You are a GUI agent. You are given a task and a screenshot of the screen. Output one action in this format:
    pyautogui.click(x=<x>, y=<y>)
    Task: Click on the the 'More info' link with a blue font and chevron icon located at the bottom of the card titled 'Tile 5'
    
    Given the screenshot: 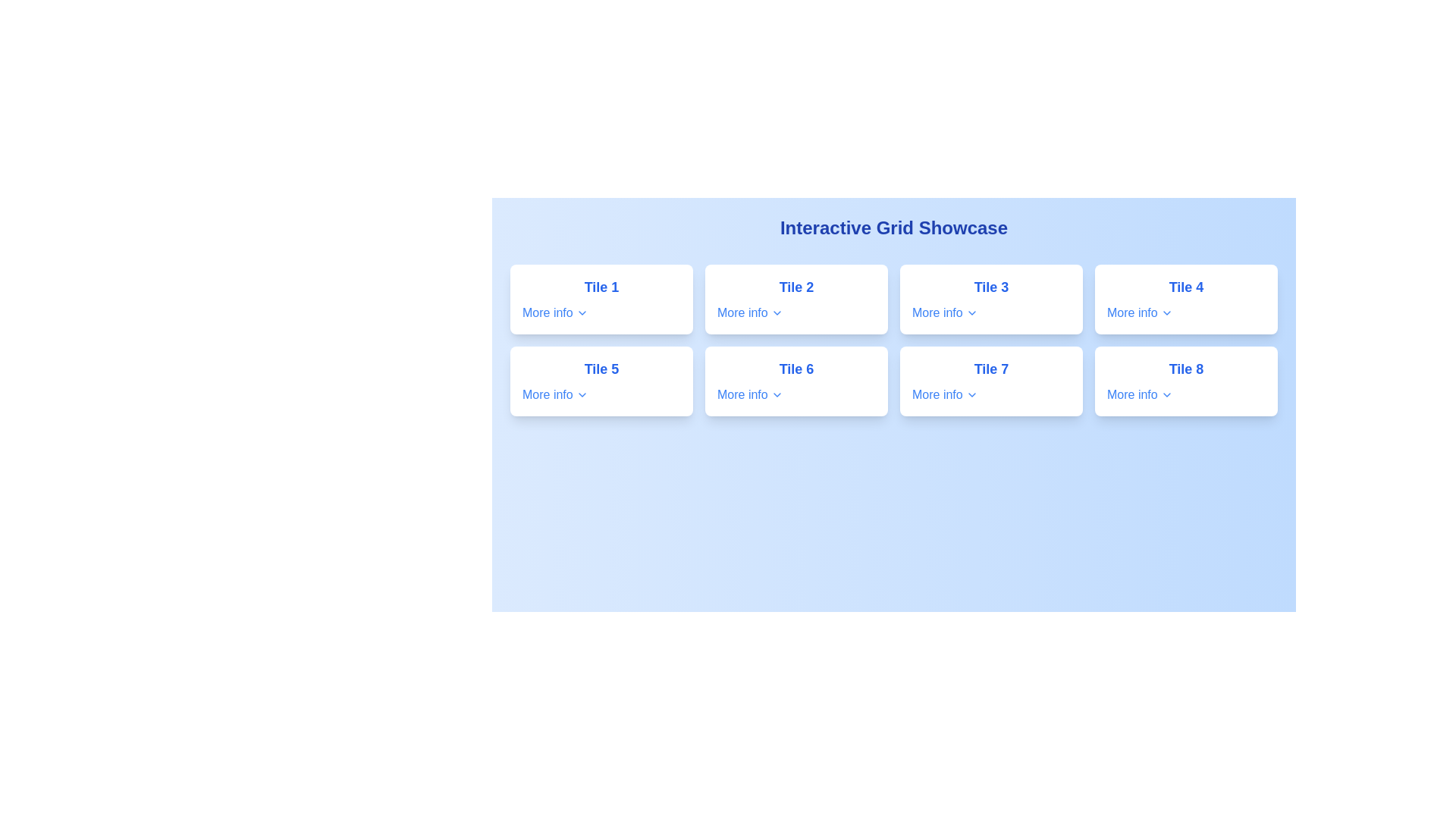 What is the action you would take?
    pyautogui.click(x=554, y=394)
    